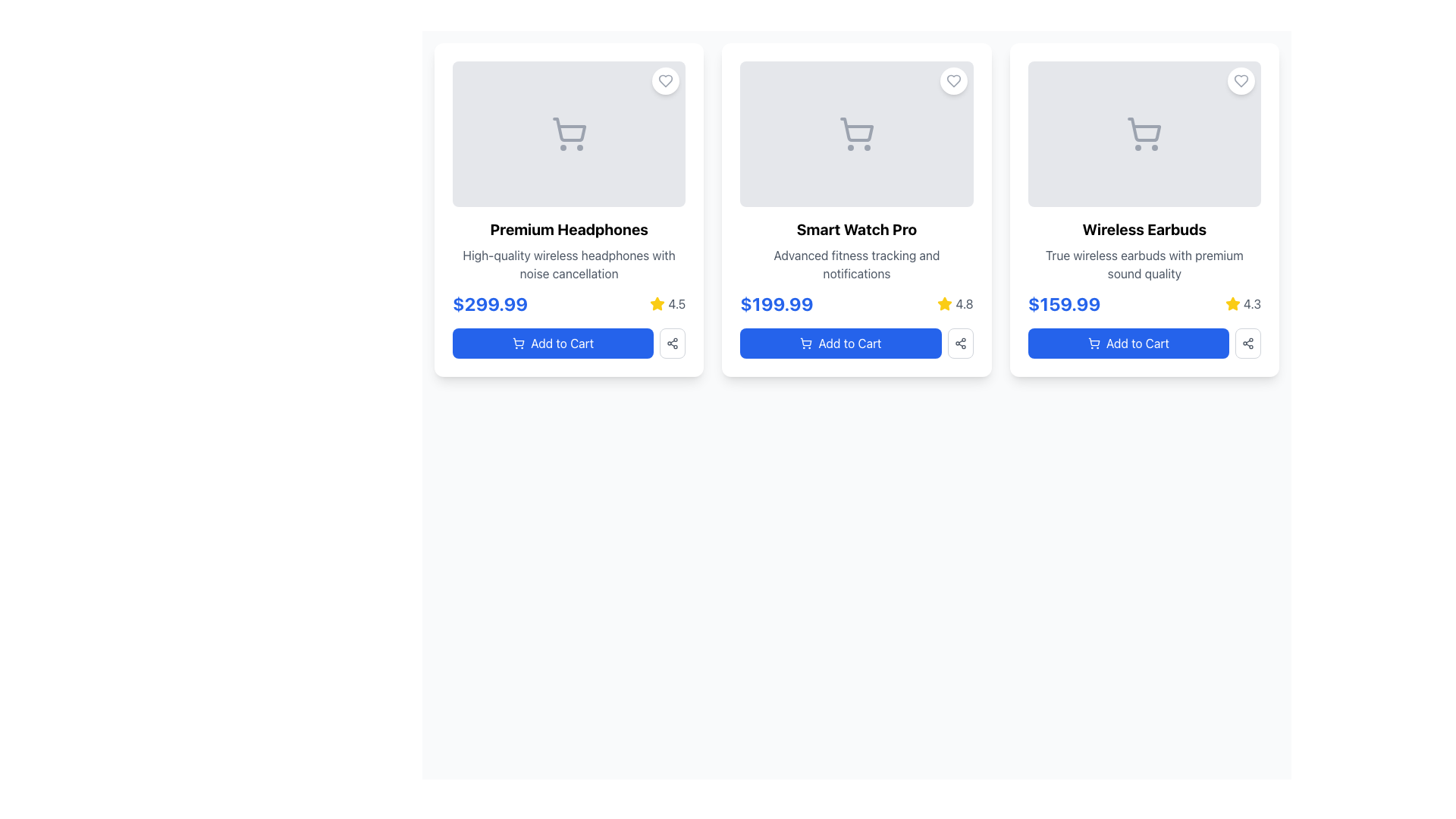  Describe the element at coordinates (552, 343) in the screenshot. I see `the 'Add to Cart' button, which is a blue rectangular button with white text and rounded corners, located at the bottom of the first product card` at that location.